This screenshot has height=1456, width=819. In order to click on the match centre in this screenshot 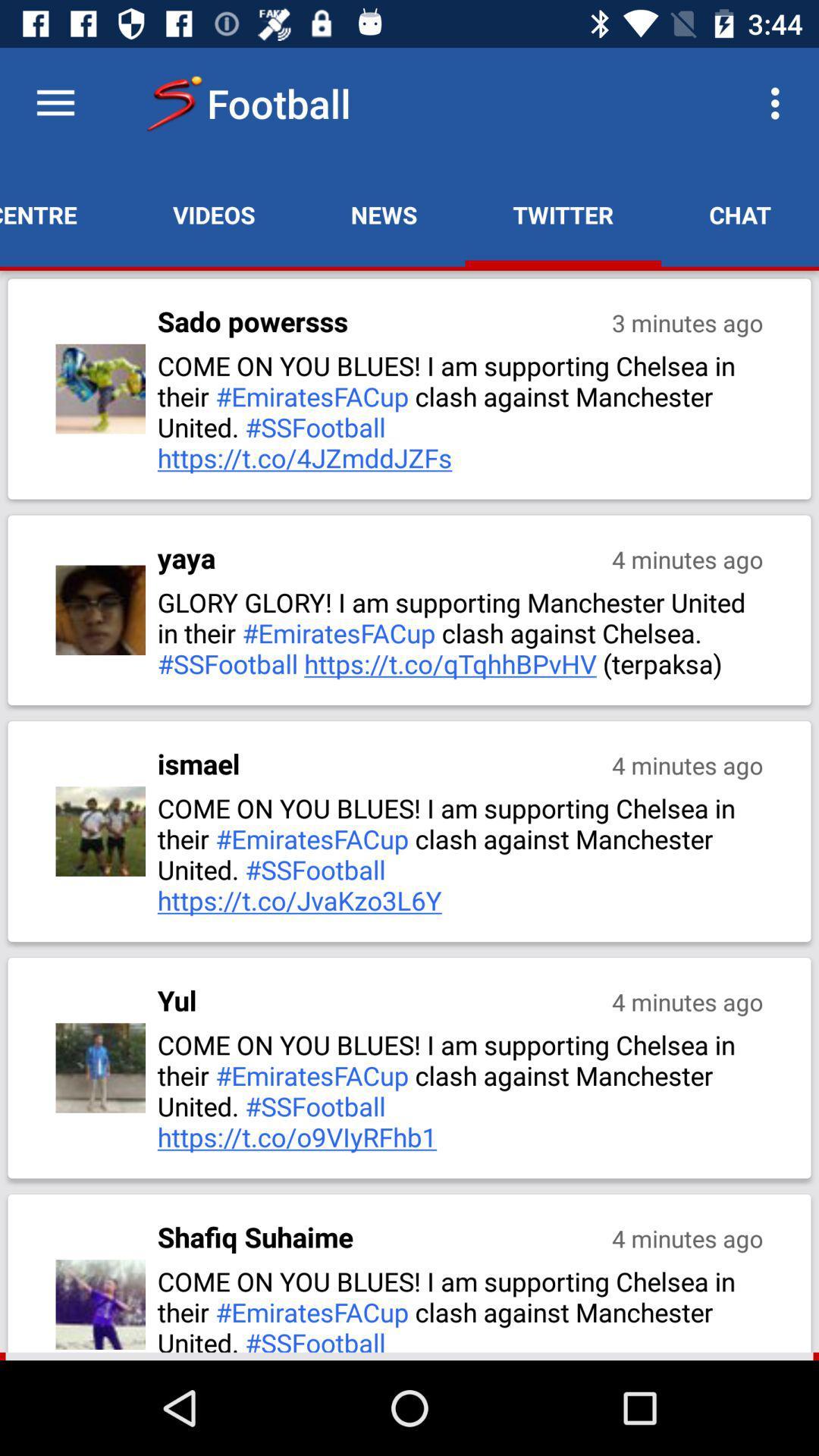, I will do `click(61, 214)`.